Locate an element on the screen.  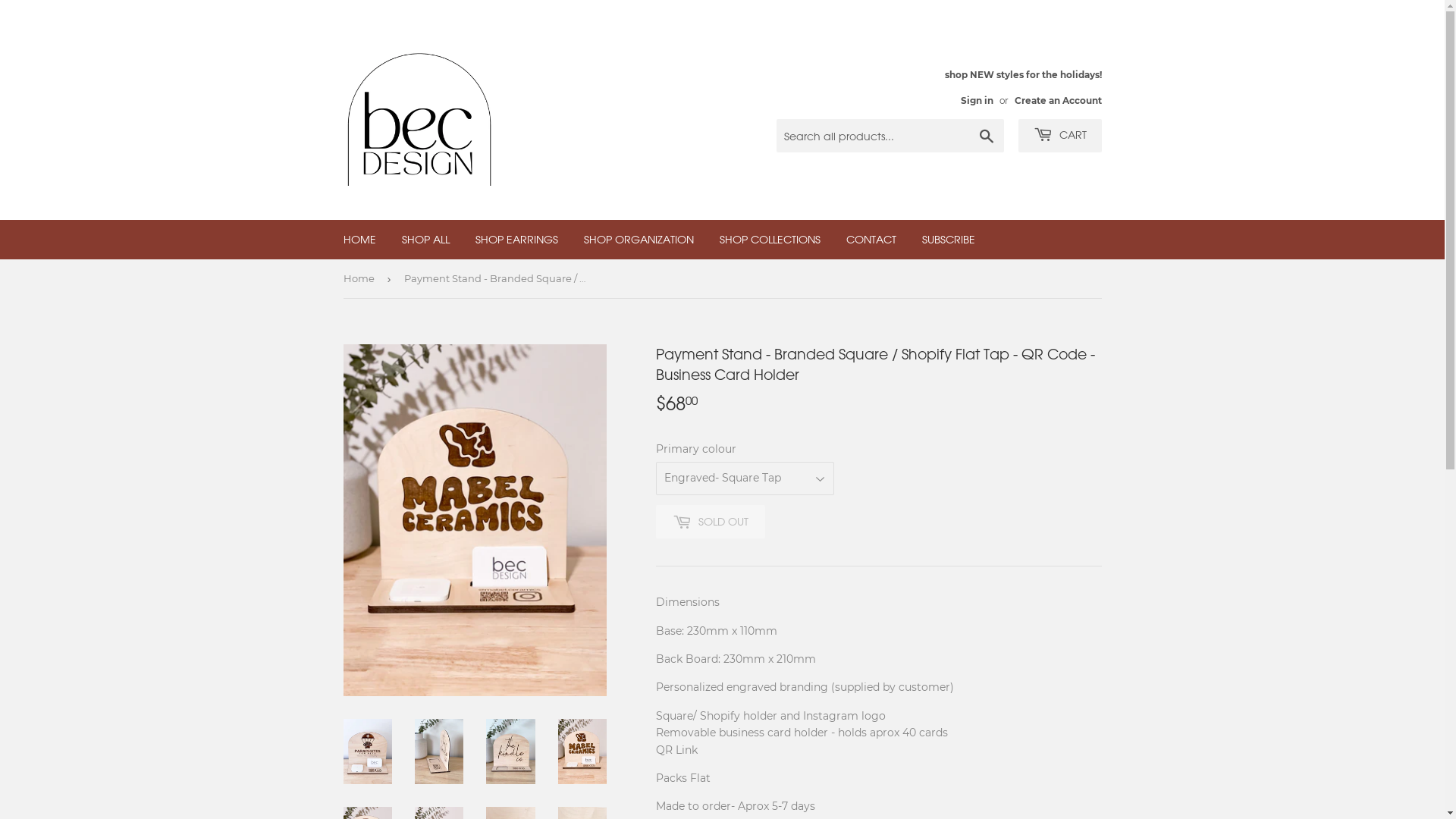
'Home' is located at coordinates (359, 278).